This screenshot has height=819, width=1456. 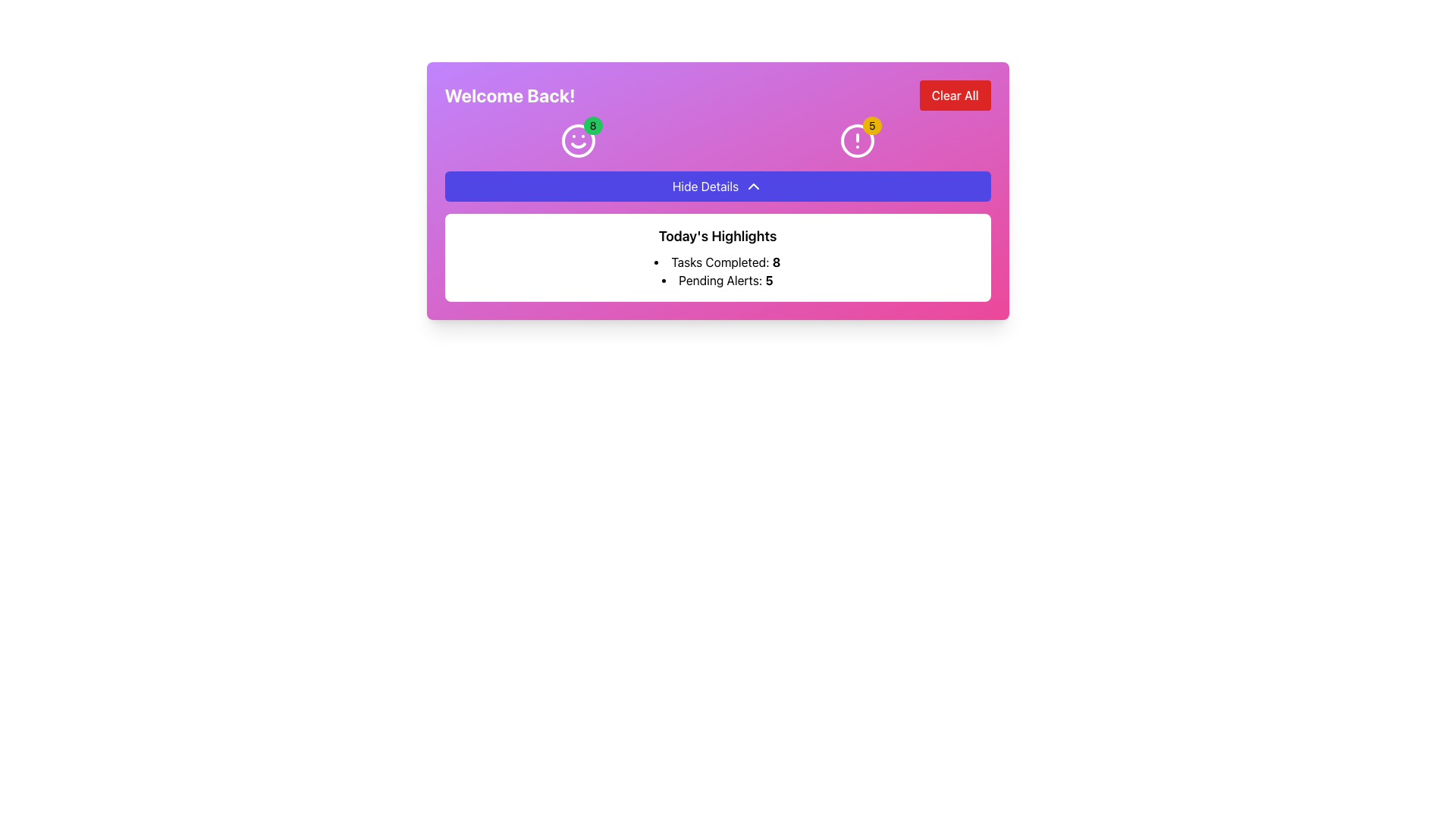 What do you see at coordinates (717, 271) in the screenshot?
I see `the list displaying 'Tasks Completed: 8' and 'Pending Alerts: 5' which is located underneath the header 'Today's Highlights'` at bounding box center [717, 271].